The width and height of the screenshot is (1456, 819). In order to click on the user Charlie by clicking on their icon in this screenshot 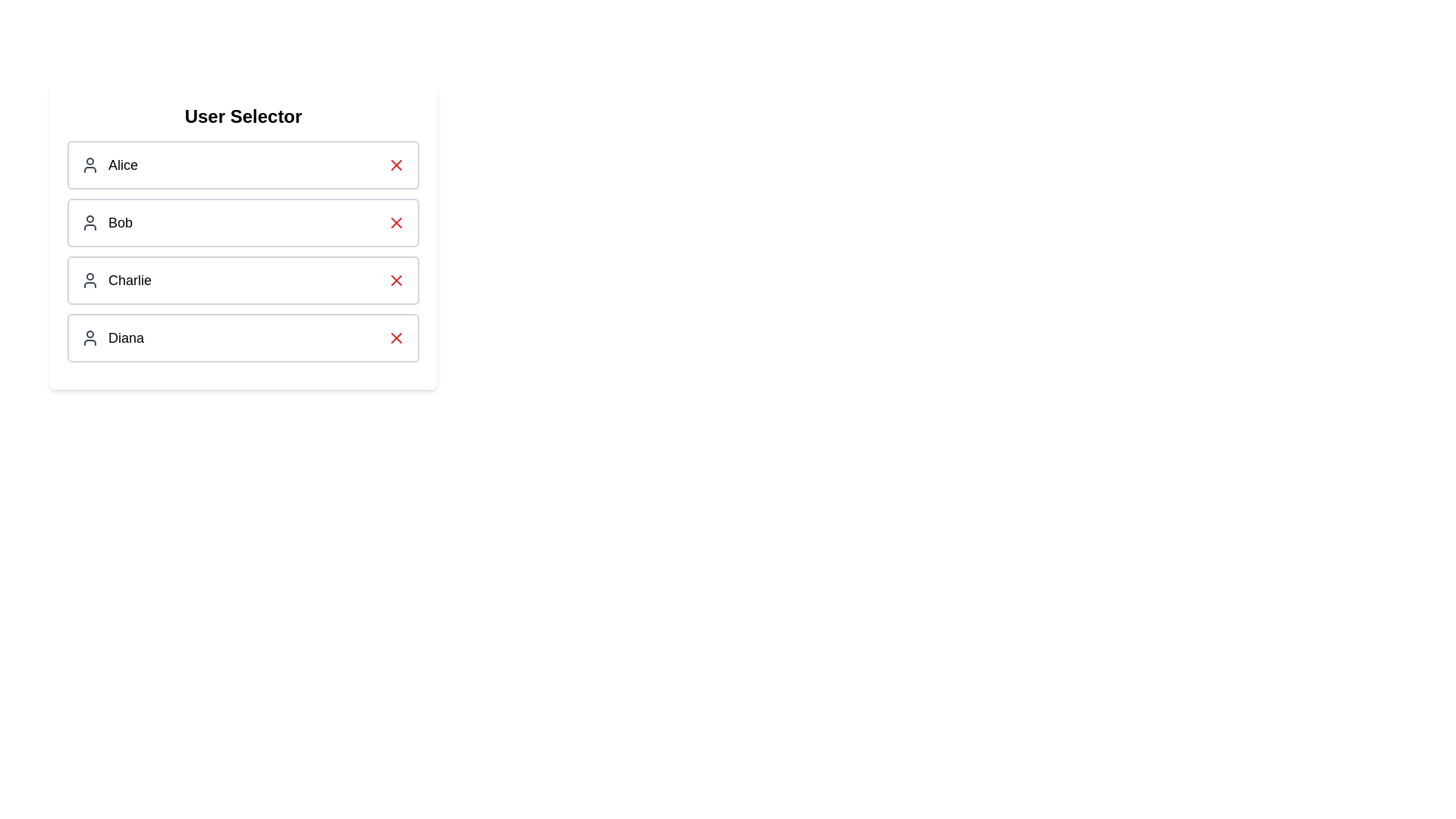, I will do `click(89, 281)`.